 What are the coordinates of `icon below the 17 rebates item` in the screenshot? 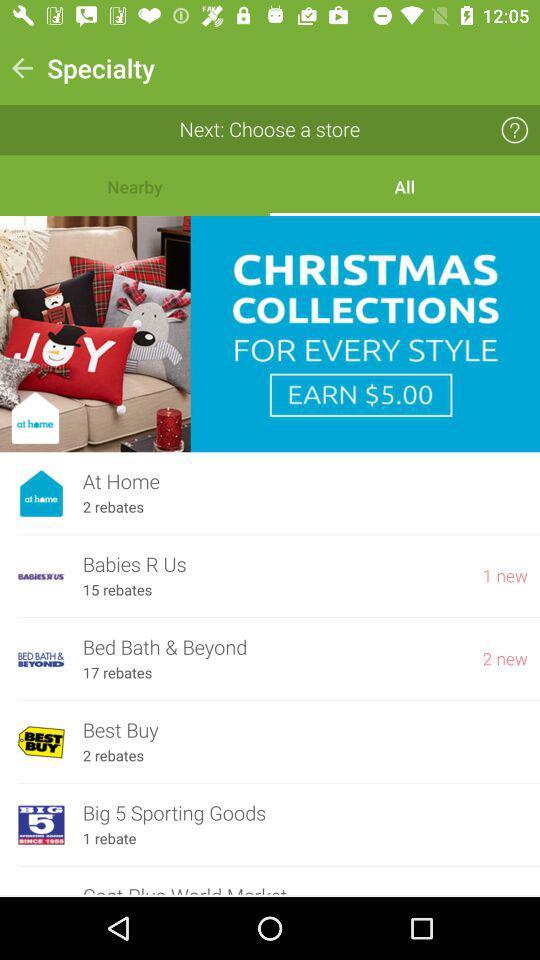 It's located at (305, 729).